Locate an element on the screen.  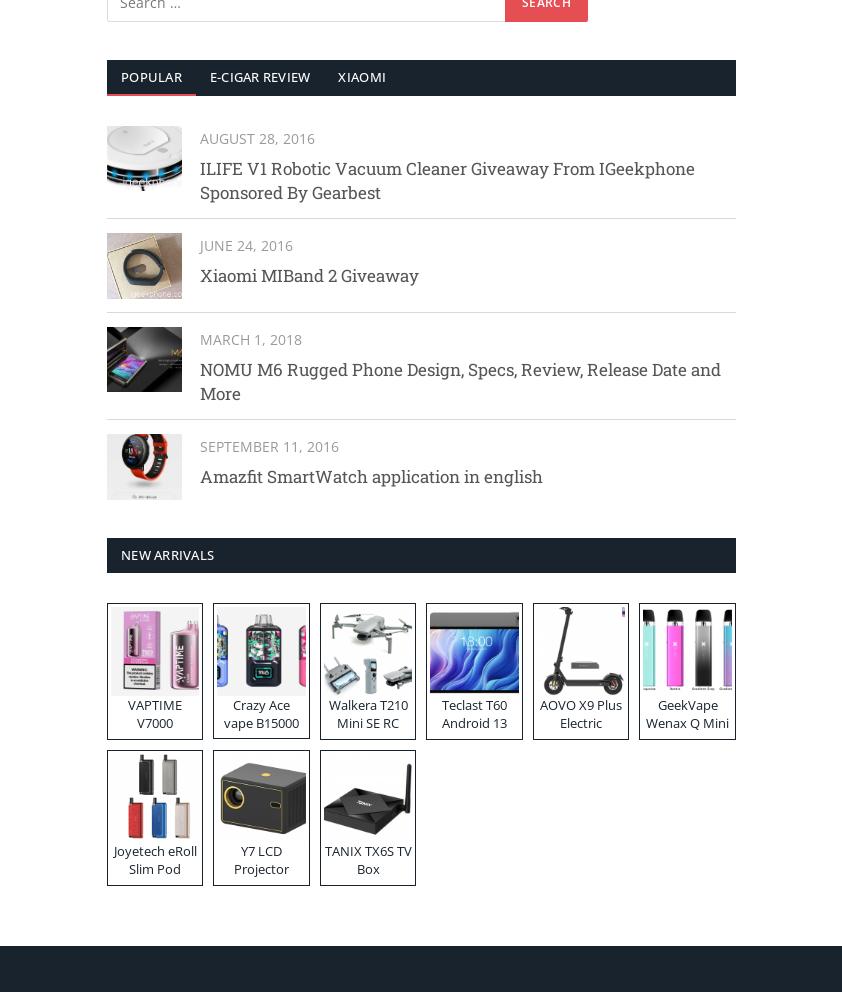
'VAPTIME V7000 Disposable Vape' is located at coordinates (153, 731).